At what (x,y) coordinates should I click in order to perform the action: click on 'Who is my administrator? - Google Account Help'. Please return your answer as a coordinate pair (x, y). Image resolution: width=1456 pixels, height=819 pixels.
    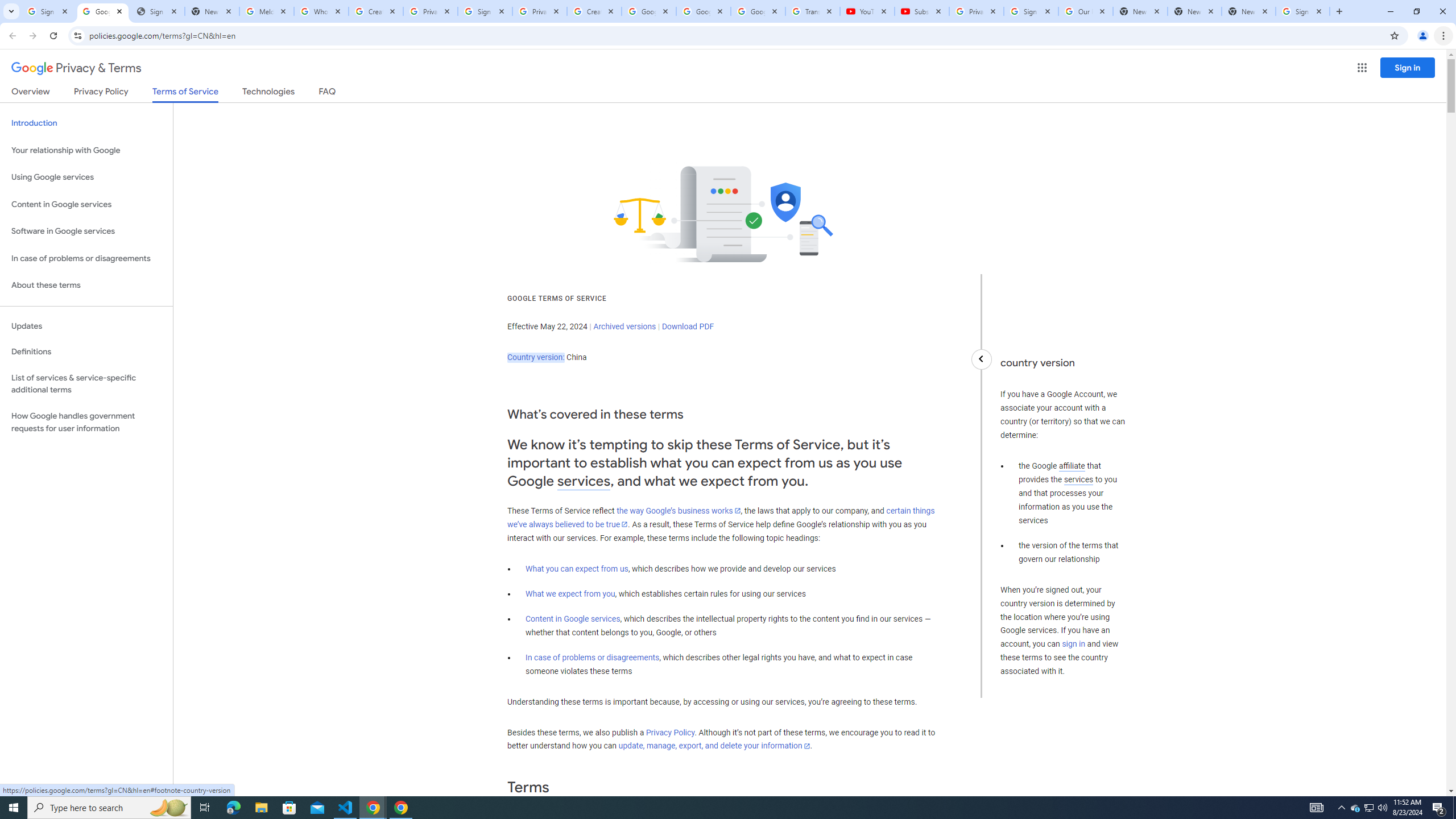
    Looking at the image, I should click on (320, 11).